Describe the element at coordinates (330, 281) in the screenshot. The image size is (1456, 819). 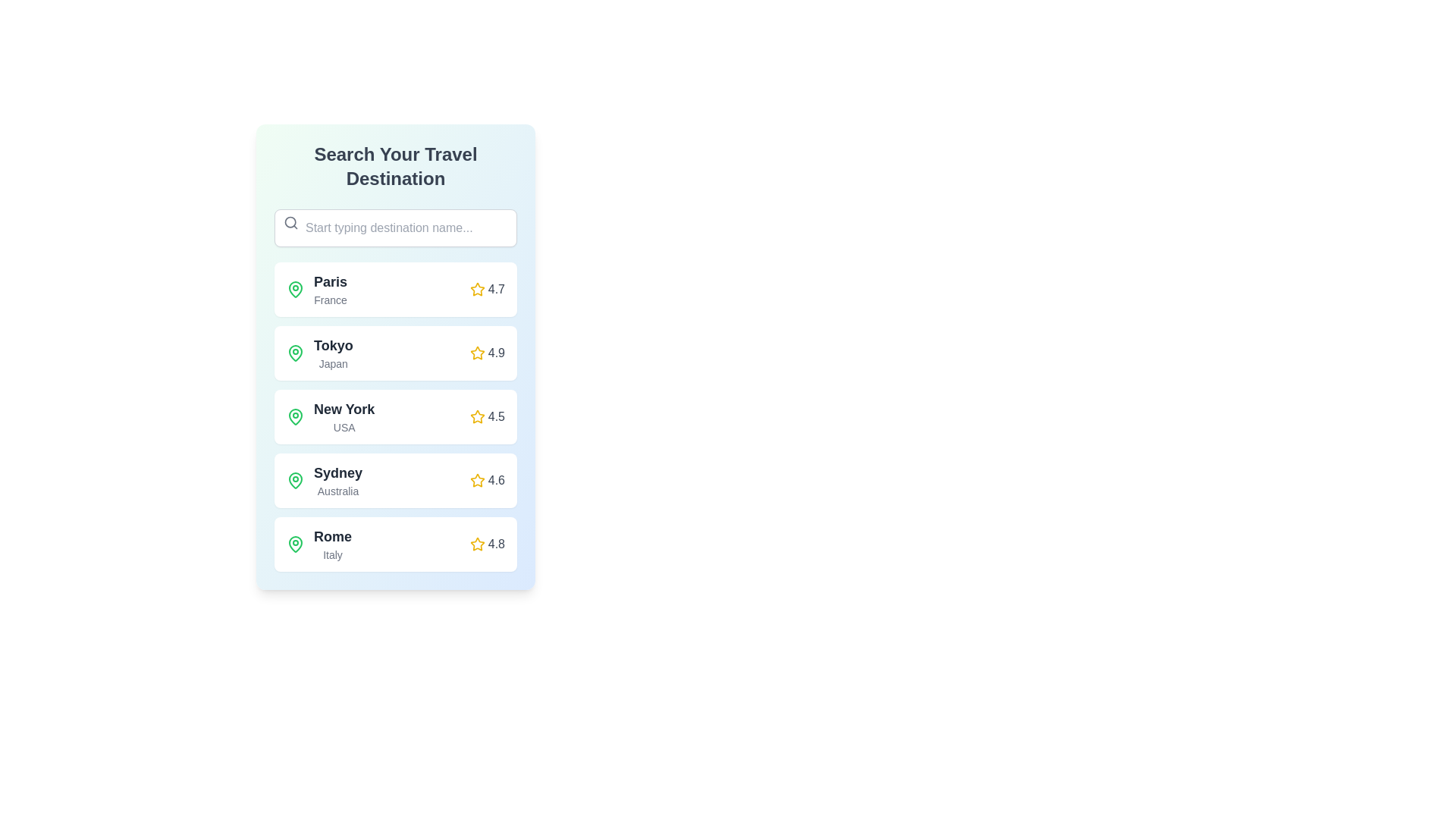
I see `the text label displaying the city name 'Paris', which is the topmost entry in a list of travel destinations, to access related elements in the entry` at that location.